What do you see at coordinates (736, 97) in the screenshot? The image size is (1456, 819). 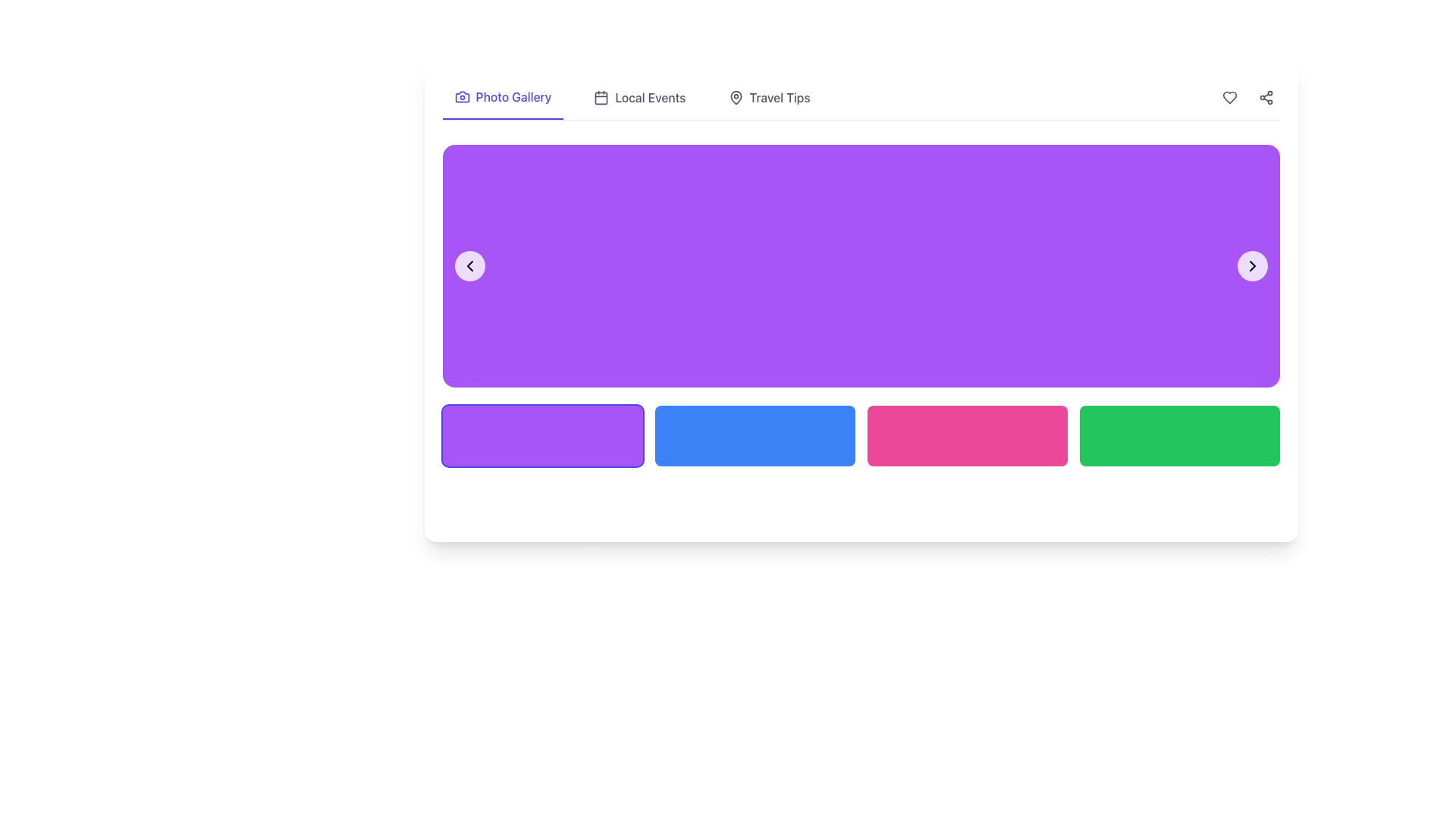 I see `the icon representing location or travel, which is located to the left of the 'Travel Tips' label in the menu item group` at bounding box center [736, 97].